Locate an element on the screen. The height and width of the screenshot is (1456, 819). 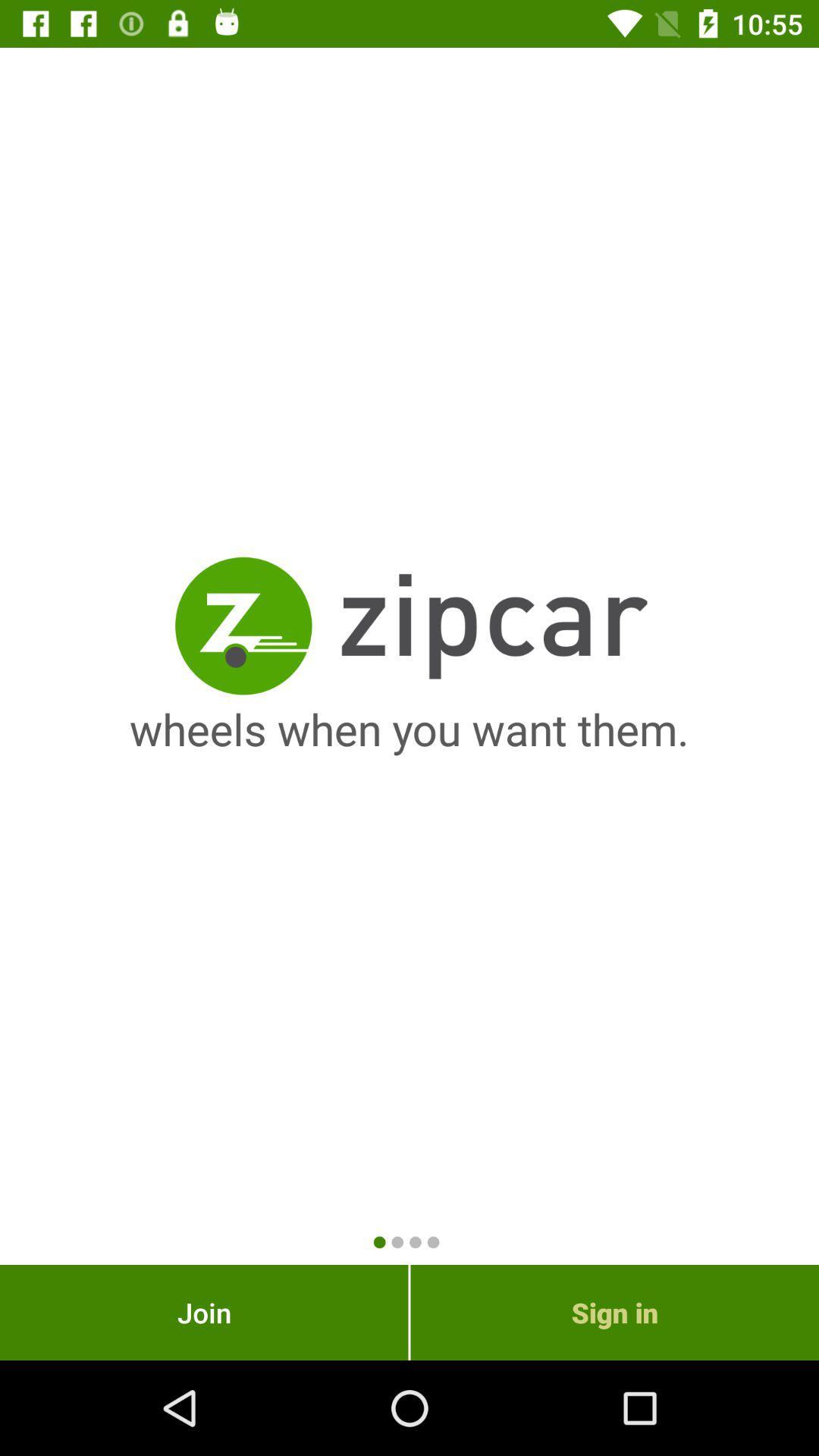
the icon at the bottom left corner is located at coordinates (203, 1312).